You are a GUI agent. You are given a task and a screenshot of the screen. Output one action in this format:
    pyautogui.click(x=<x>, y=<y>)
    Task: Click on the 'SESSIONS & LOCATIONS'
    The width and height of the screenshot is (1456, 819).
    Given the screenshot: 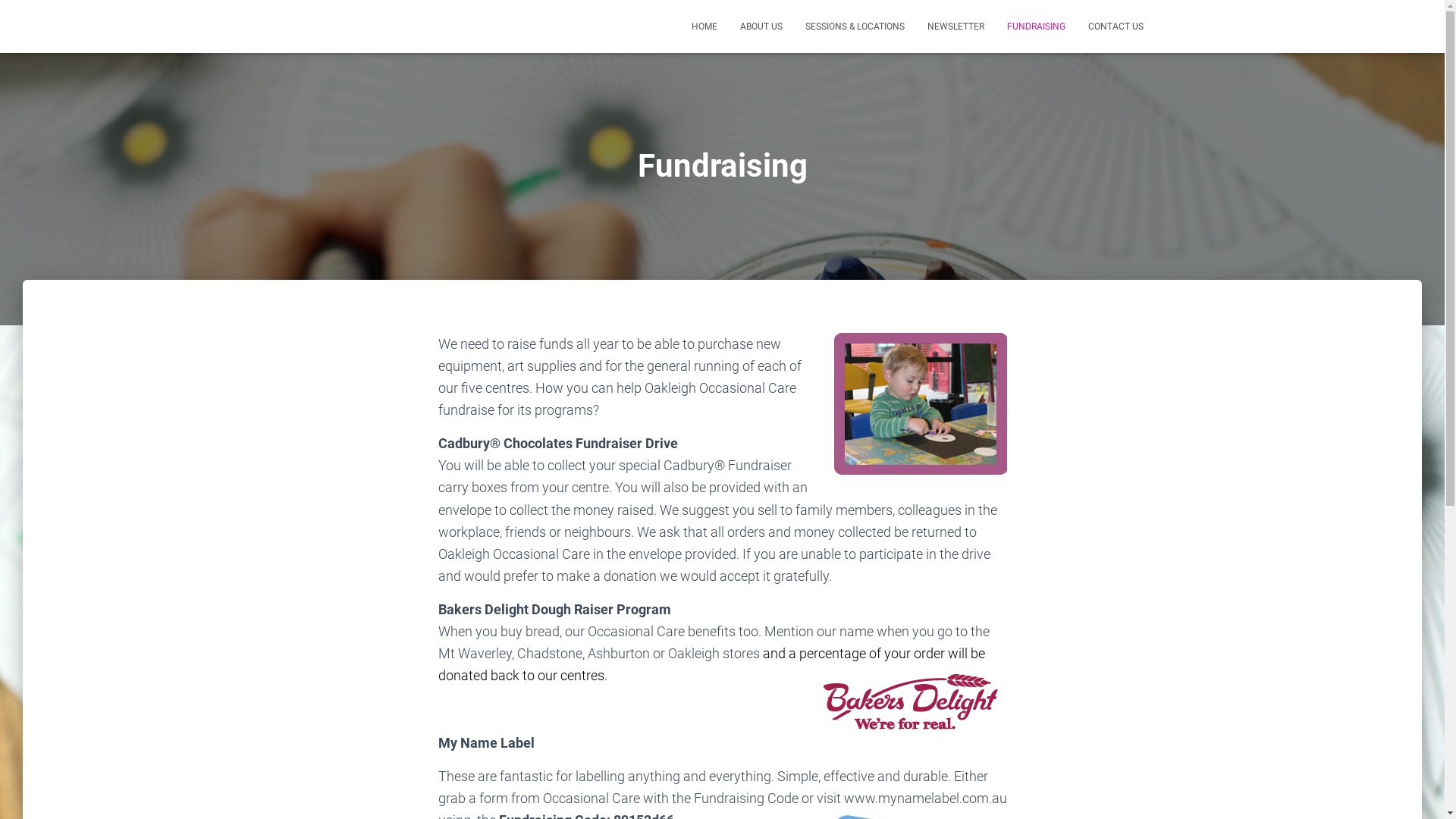 What is the action you would take?
    pyautogui.click(x=854, y=26)
    